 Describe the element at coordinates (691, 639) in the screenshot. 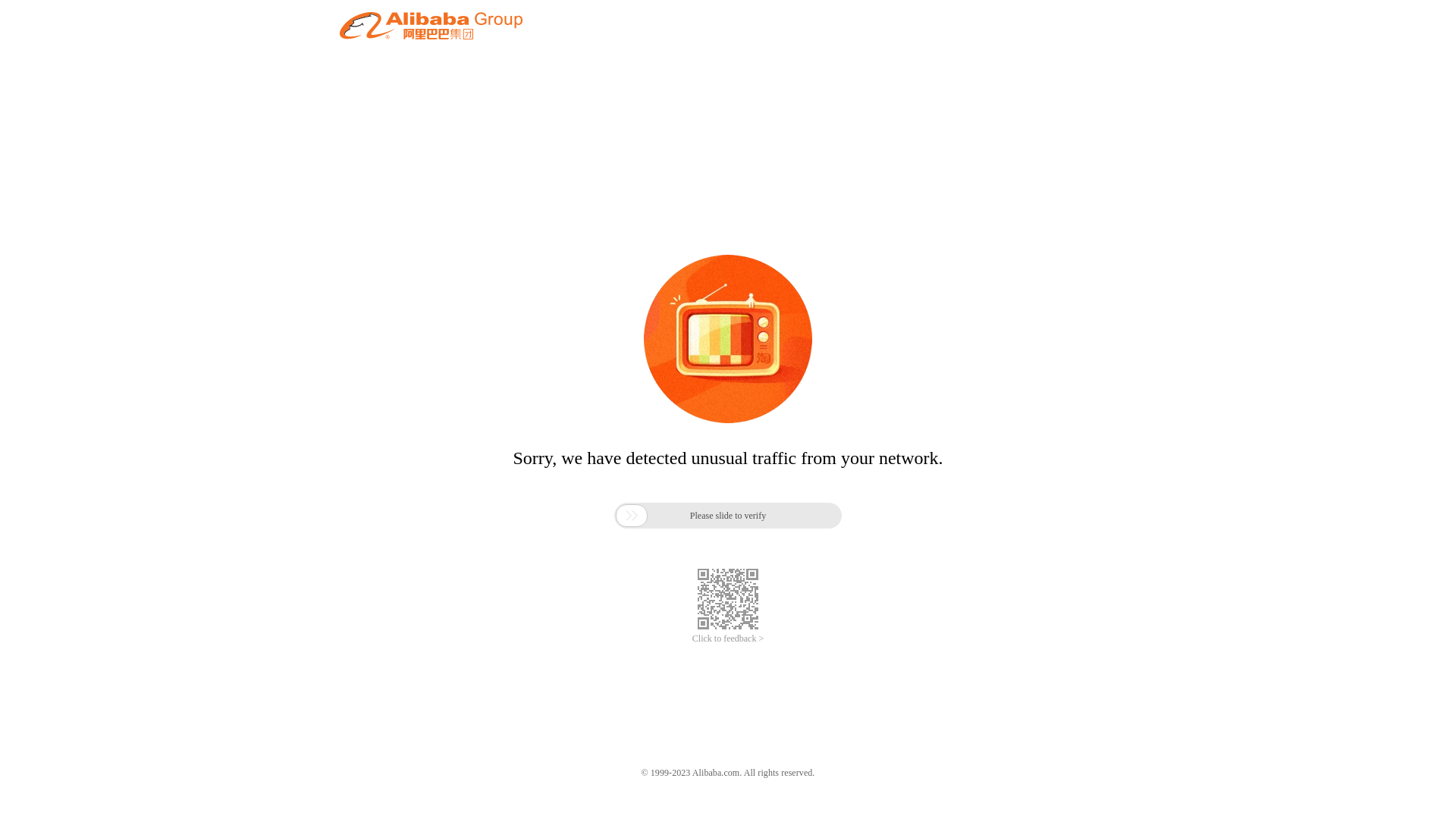

I see `'Click to feedback >'` at that location.